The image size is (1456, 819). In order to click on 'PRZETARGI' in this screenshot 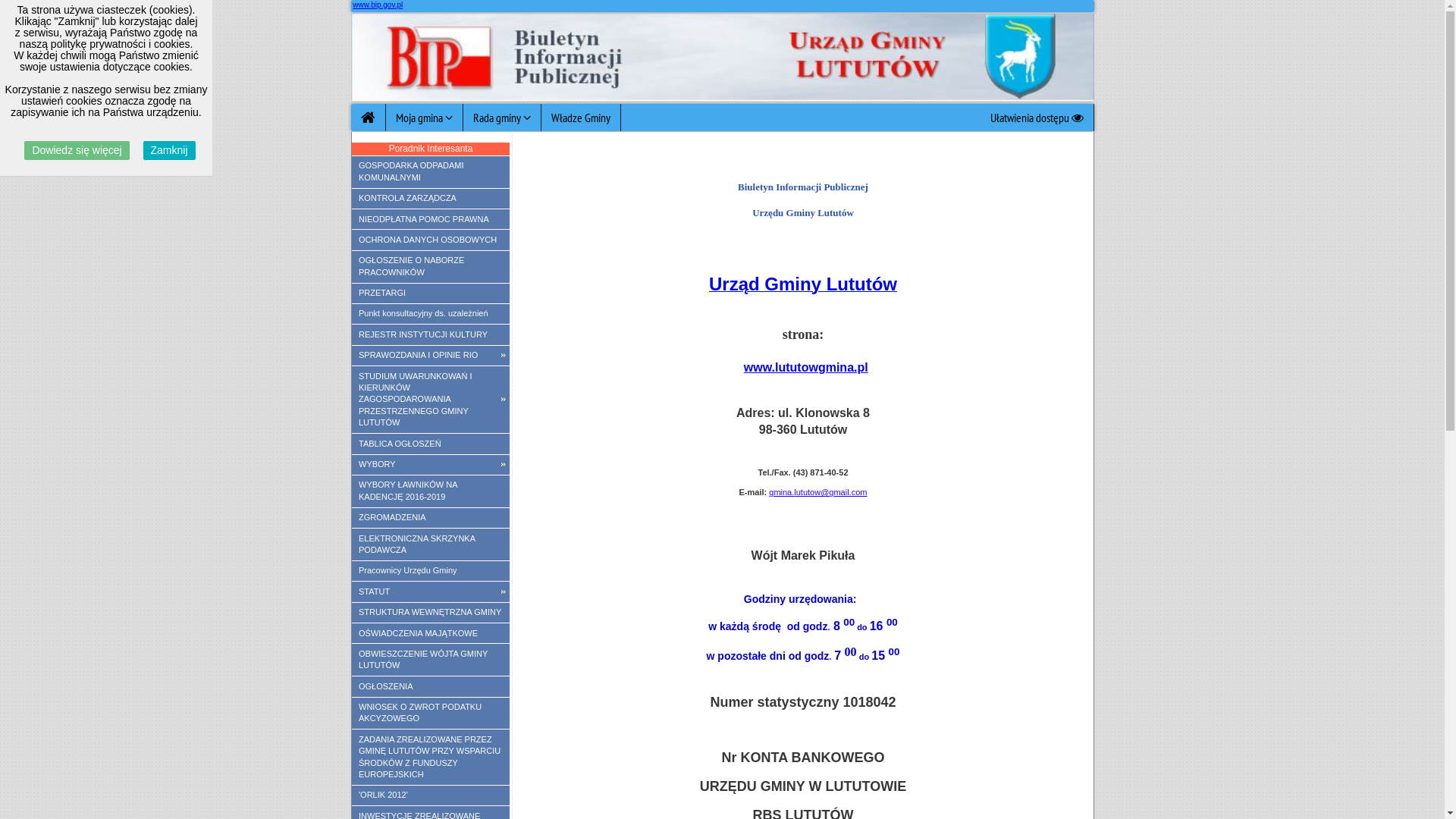, I will do `click(351, 293)`.